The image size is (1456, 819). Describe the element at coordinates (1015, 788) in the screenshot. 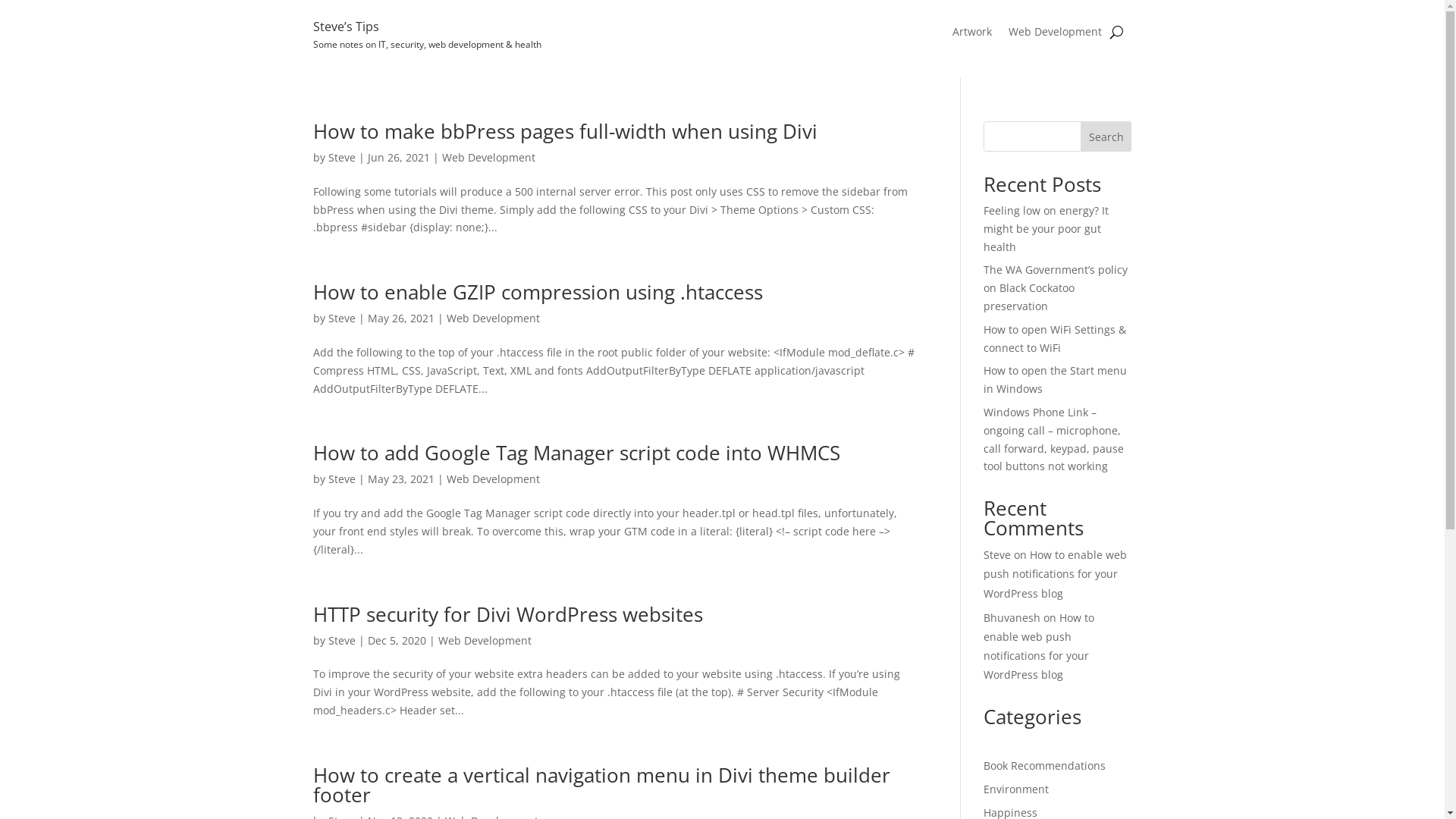

I see `'Environment'` at that location.